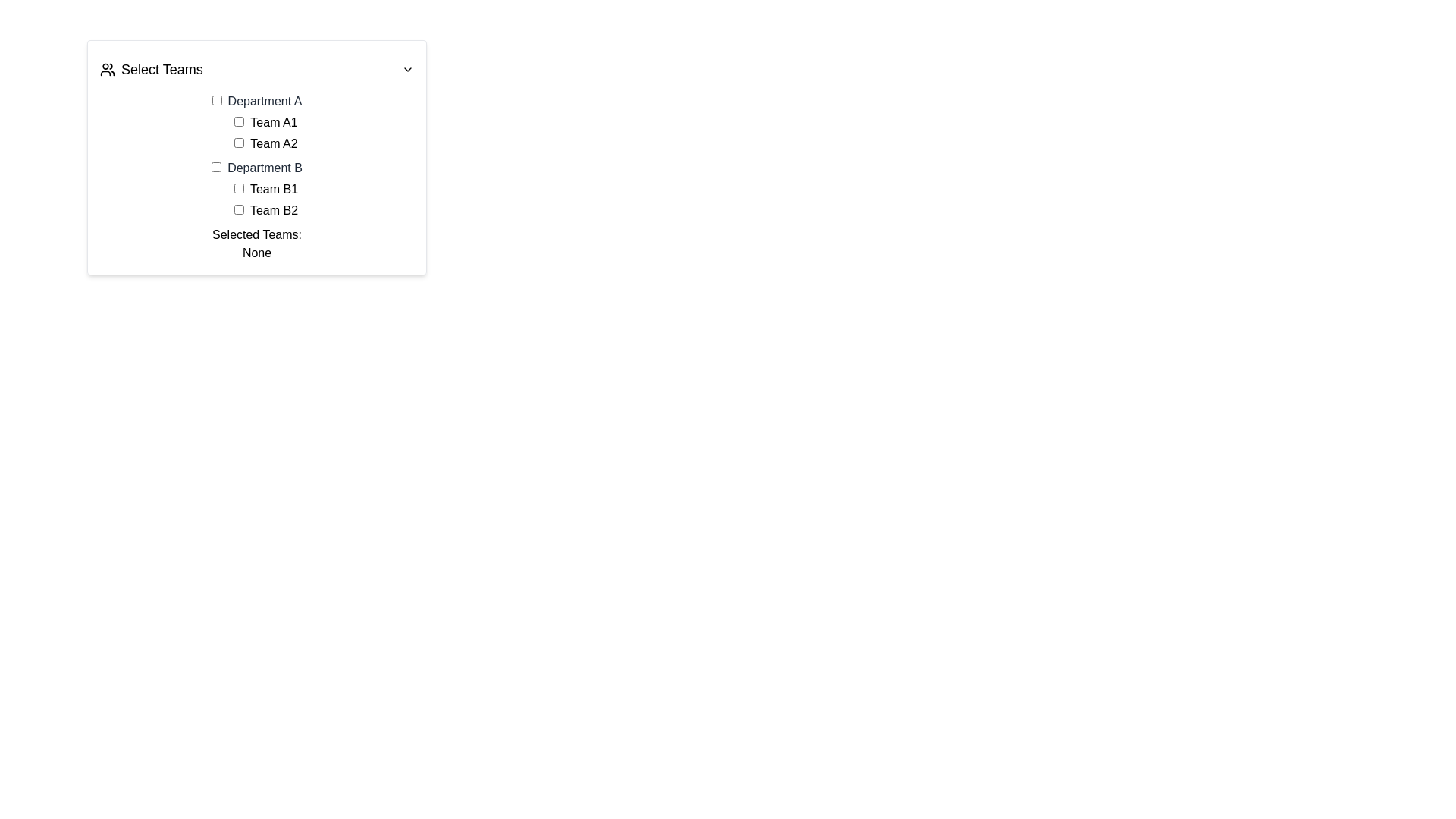 The height and width of the screenshot is (819, 1456). What do you see at coordinates (215, 167) in the screenshot?
I see `the minimalist checkbox located to the left of the 'Department B' text for tooltip or additional information` at bounding box center [215, 167].